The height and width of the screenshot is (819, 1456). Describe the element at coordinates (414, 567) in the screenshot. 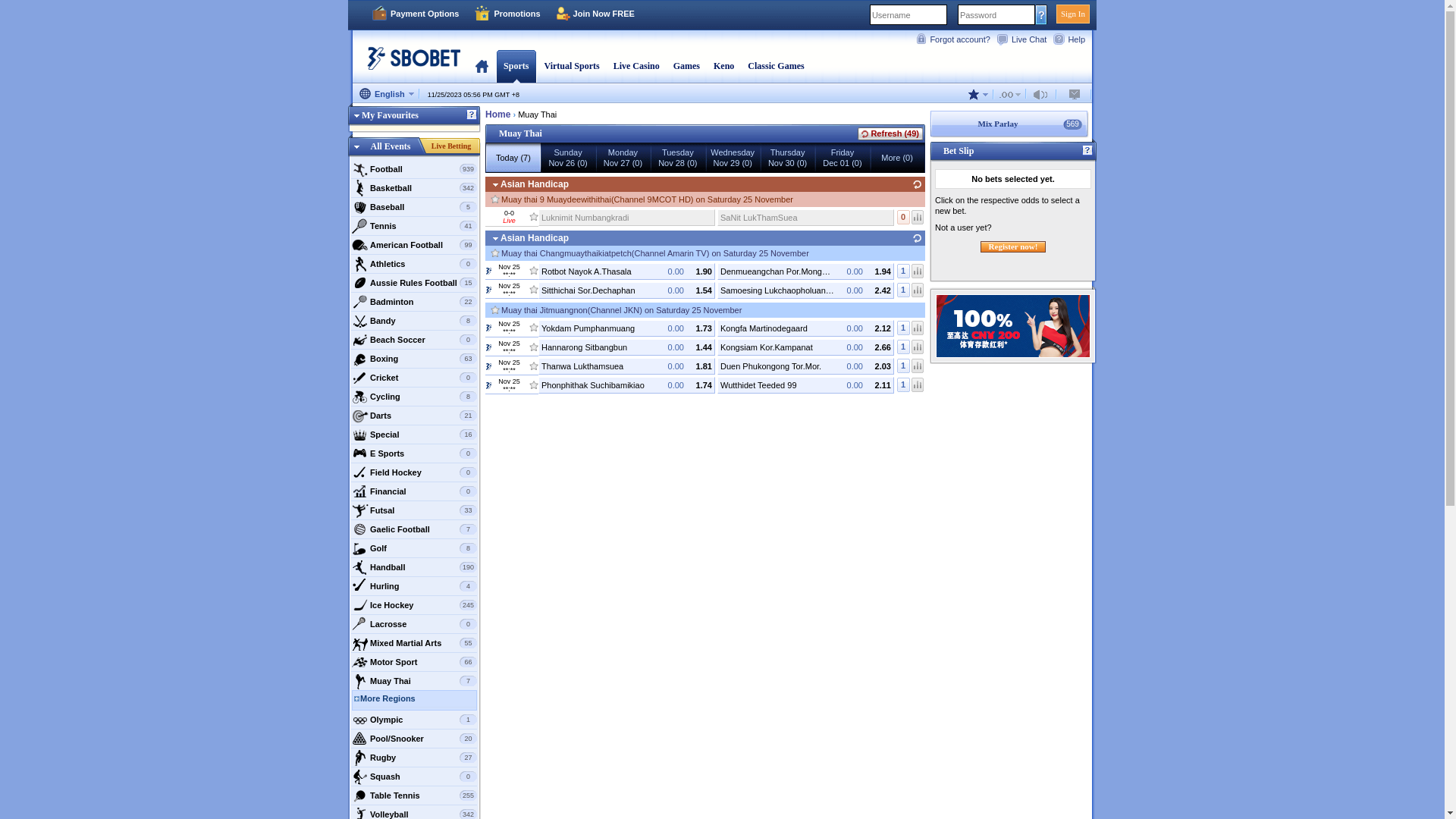

I see `'Handball` at that location.